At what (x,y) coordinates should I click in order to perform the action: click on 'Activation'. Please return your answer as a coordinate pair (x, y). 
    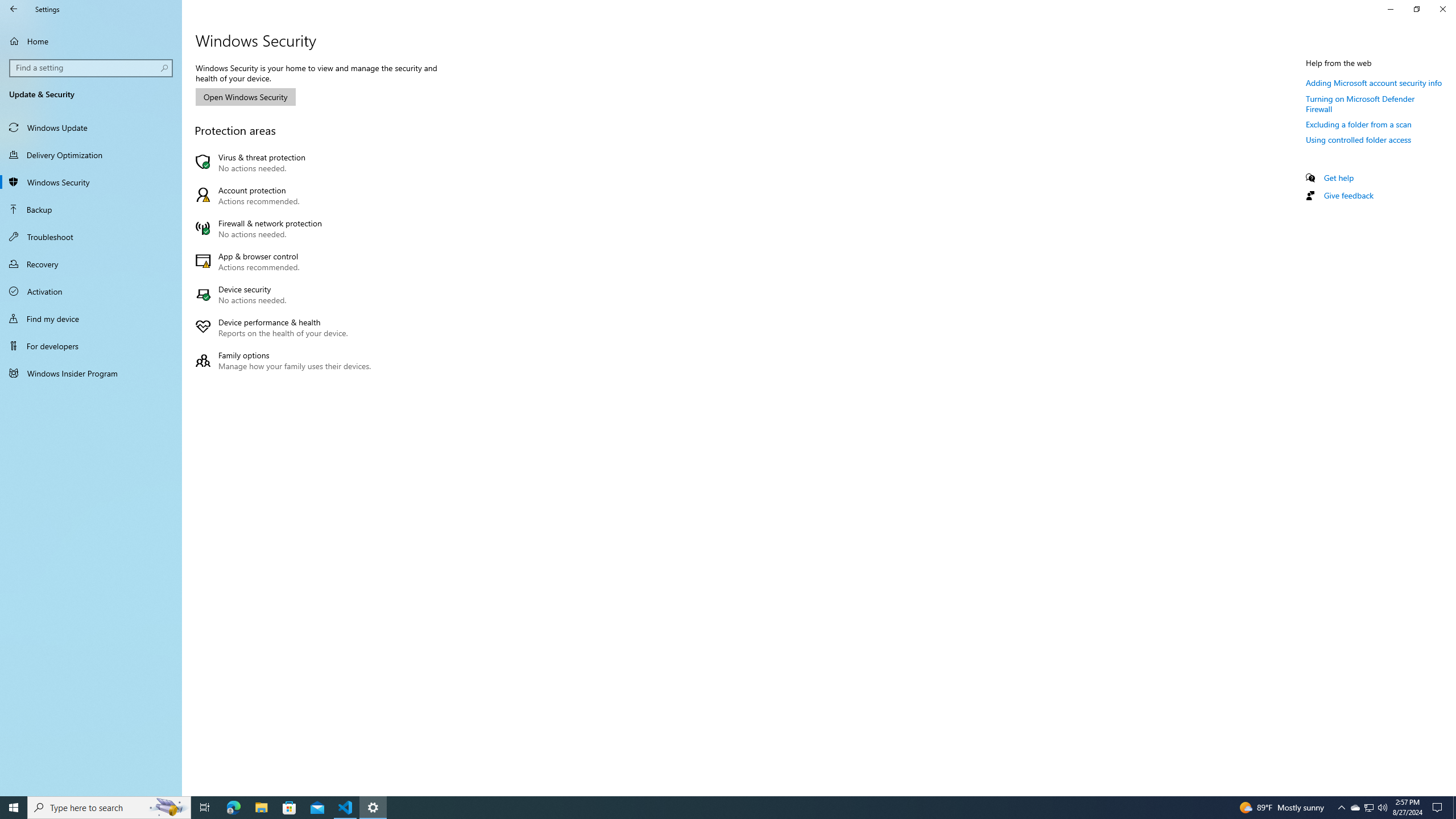
    Looking at the image, I should click on (90, 290).